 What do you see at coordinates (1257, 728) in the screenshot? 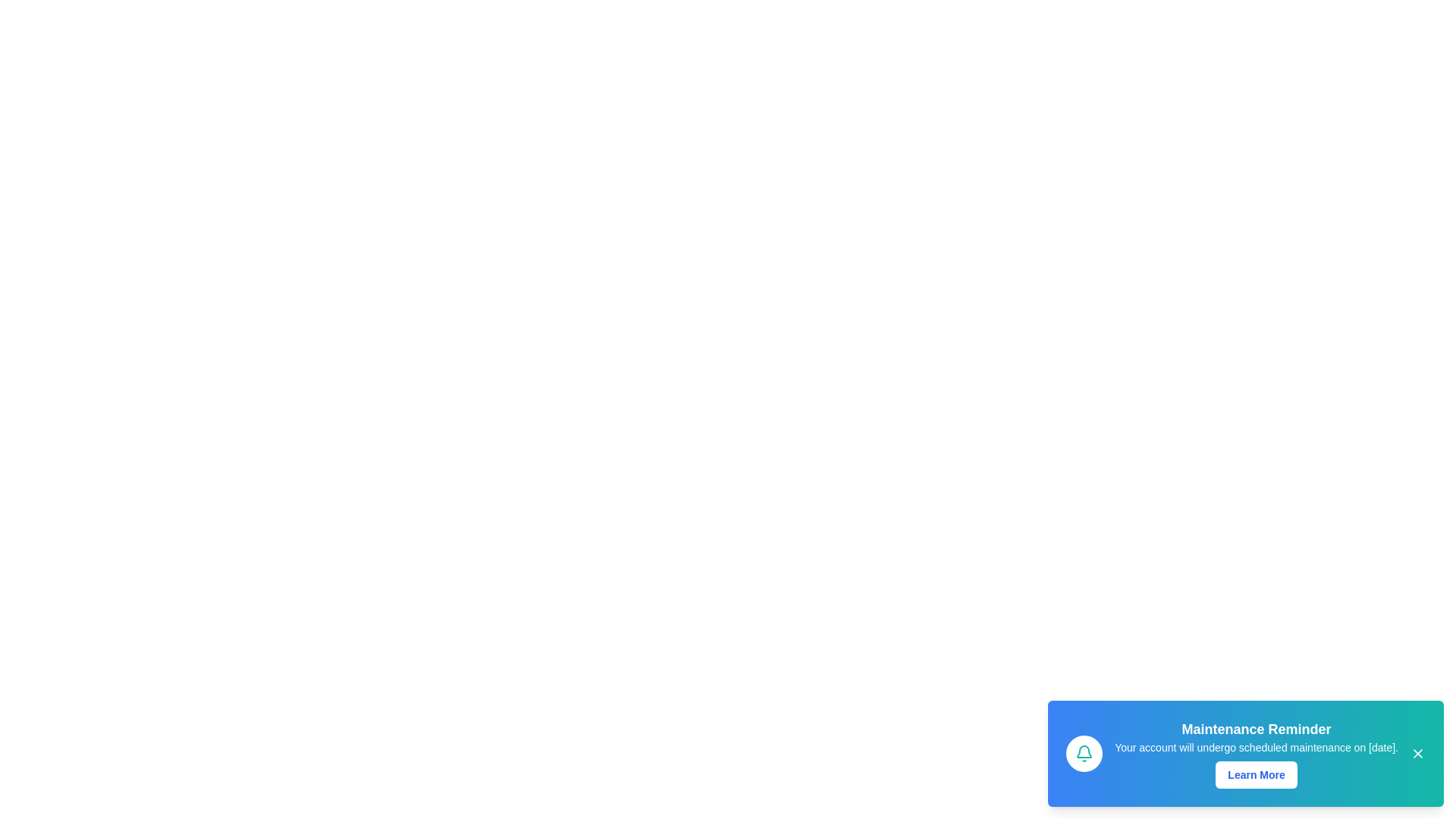
I see `the bold heading text 'Maintenance Reminder' that is white and centered in a notification card near the bottom-right corner of the interface` at bounding box center [1257, 728].